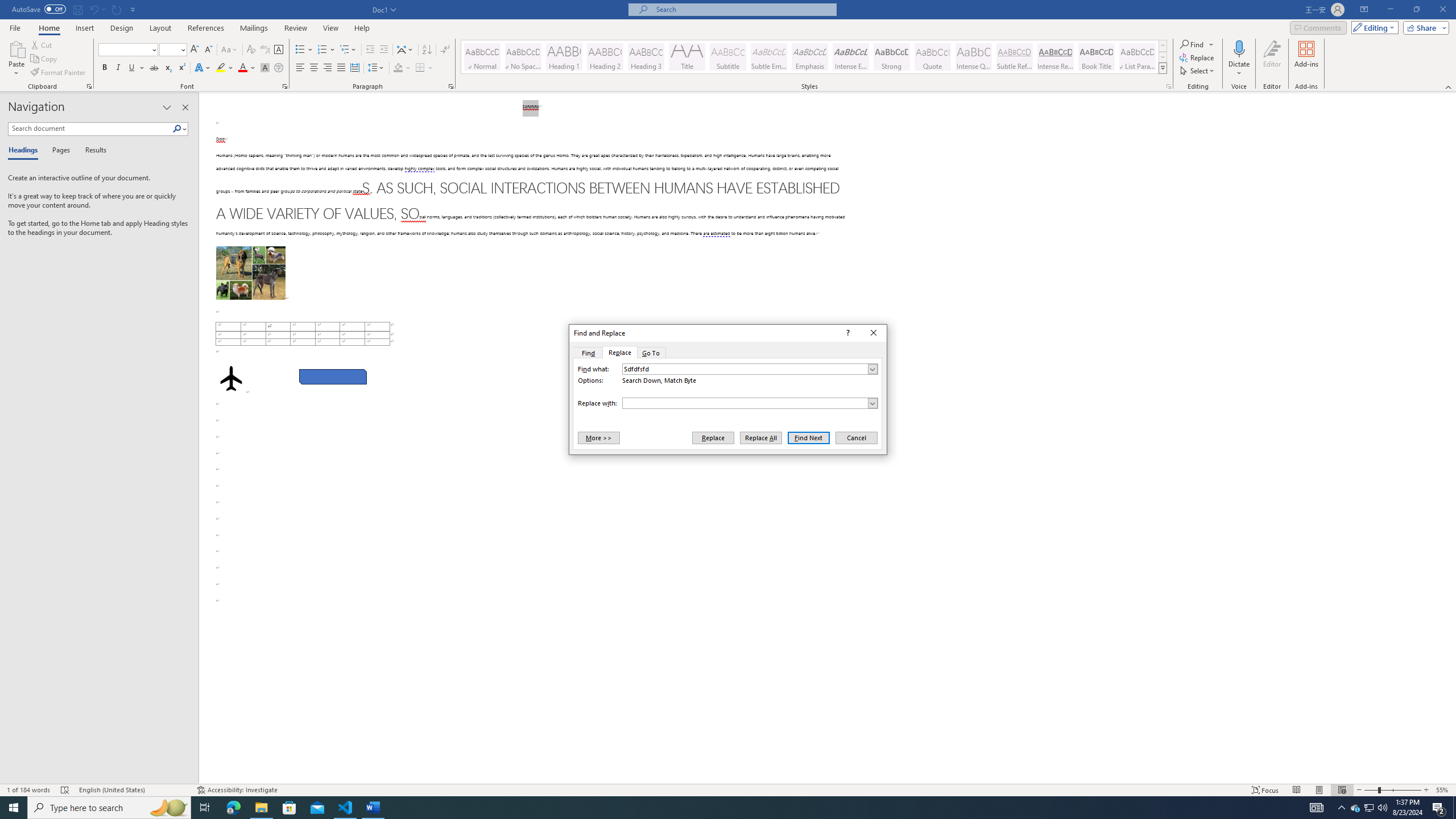  What do you see at coordinates (598, 437) in the screenshot?
I see `'More >>'` at bounding box center [598, 437].